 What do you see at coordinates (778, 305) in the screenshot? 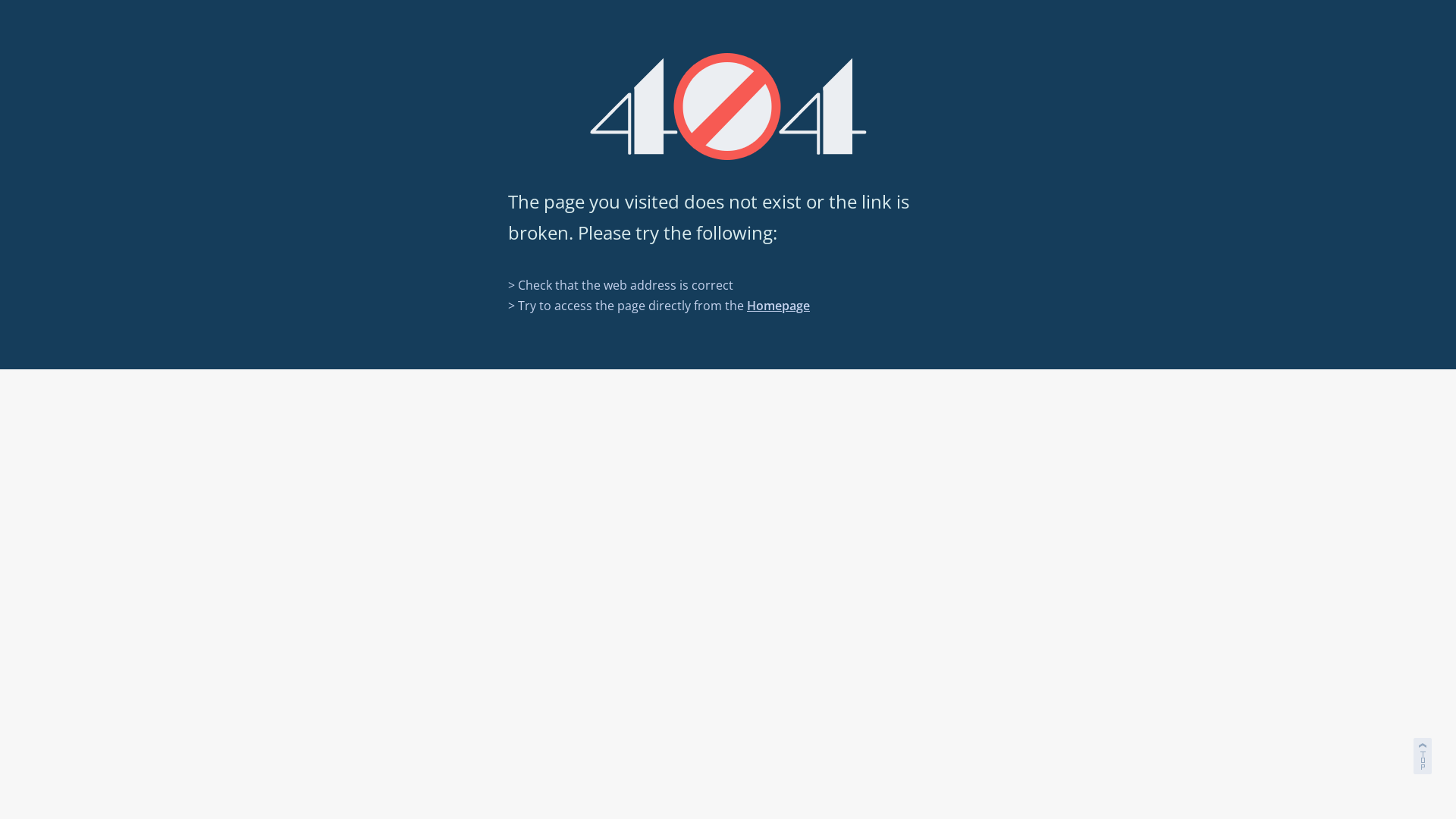
I see `'Homepage'` at bounding box center [778, 305].